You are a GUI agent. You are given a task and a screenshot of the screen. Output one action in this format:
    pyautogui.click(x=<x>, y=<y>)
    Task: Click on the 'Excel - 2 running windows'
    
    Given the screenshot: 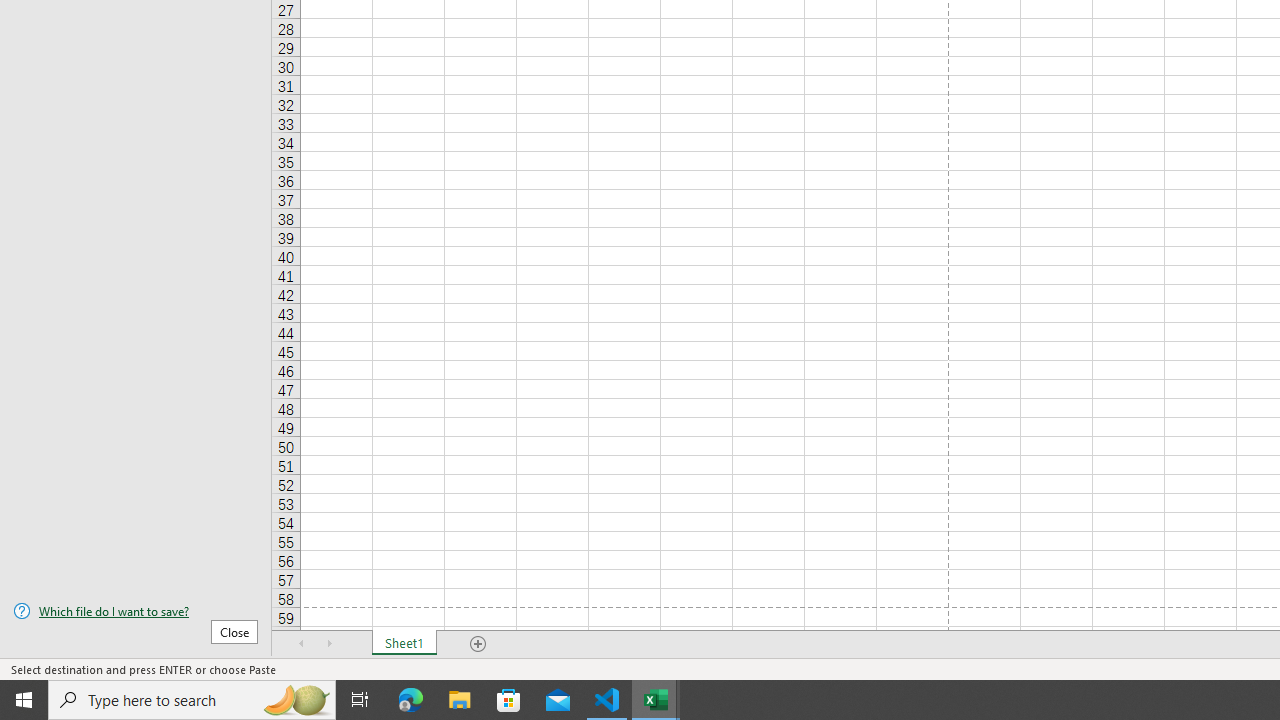 What is the action you would take?
    pyautogui.click(x=656, y=698)
    